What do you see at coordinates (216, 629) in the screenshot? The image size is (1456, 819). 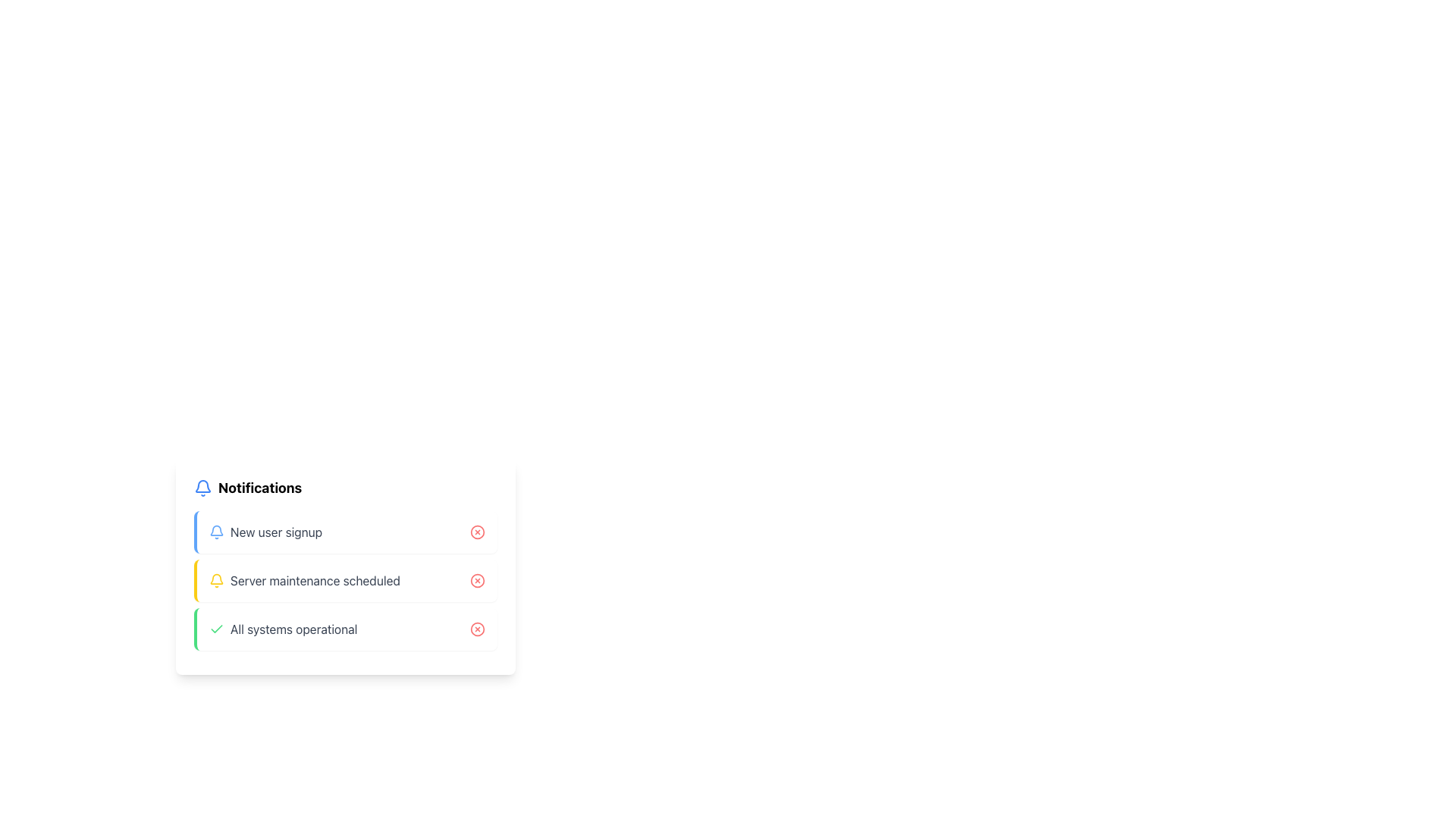 I see `the green checkmark icon located to the left of the text 'All systems operational' in the bottommost notification item to confirm operational status` at bounding box center [216, 629].